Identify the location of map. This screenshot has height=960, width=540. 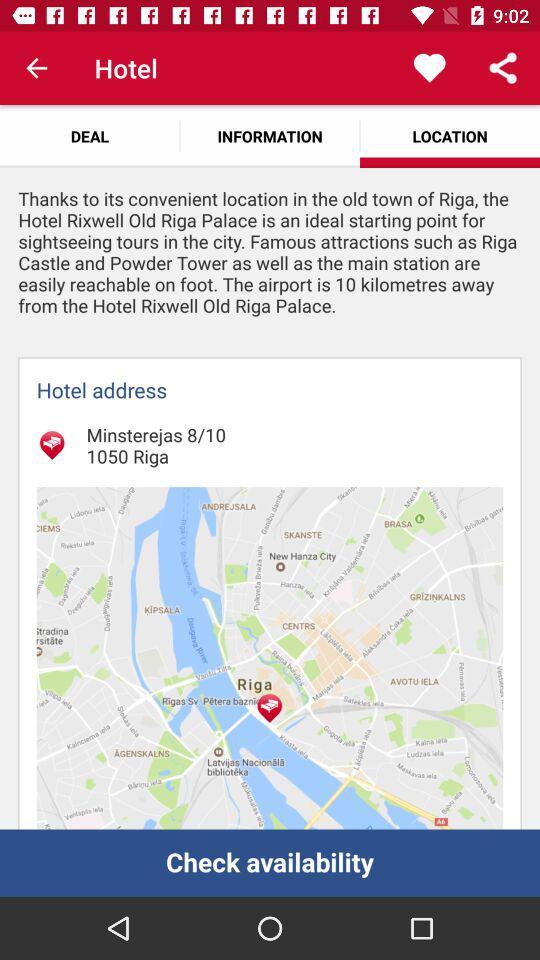
(270, 657).